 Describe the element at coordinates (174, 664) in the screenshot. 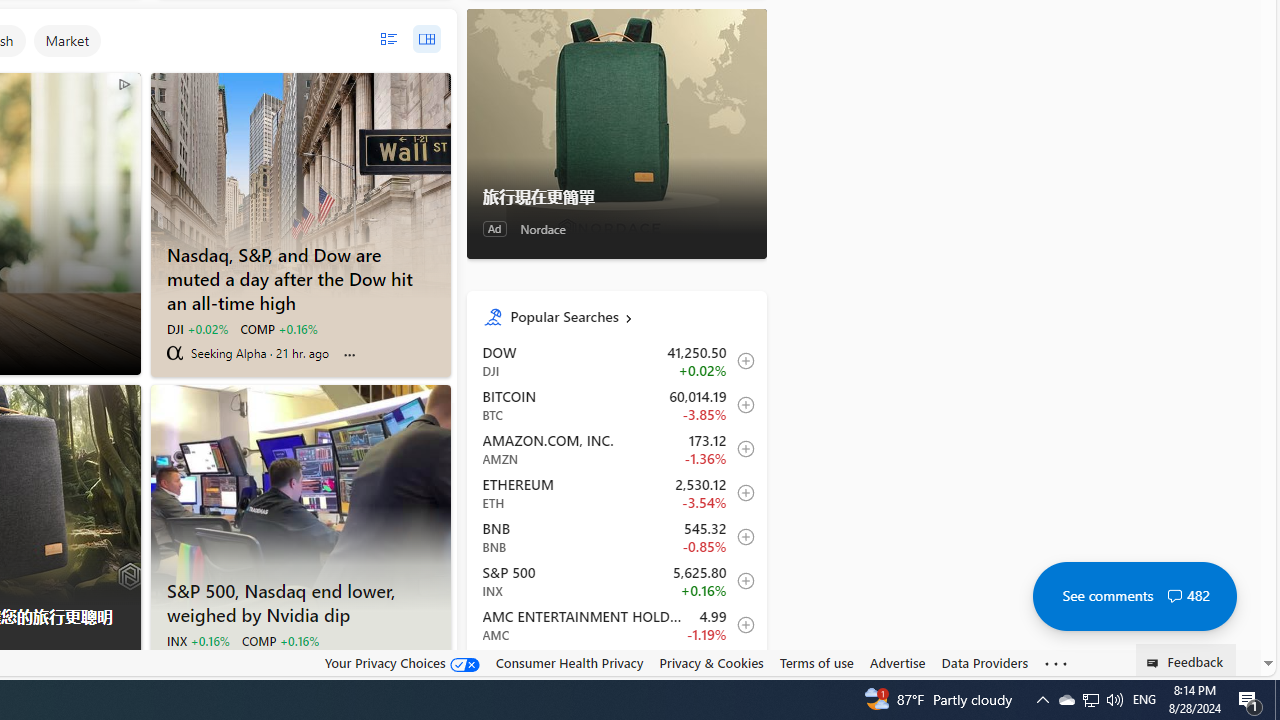

I see `'Reuters'` at that location.